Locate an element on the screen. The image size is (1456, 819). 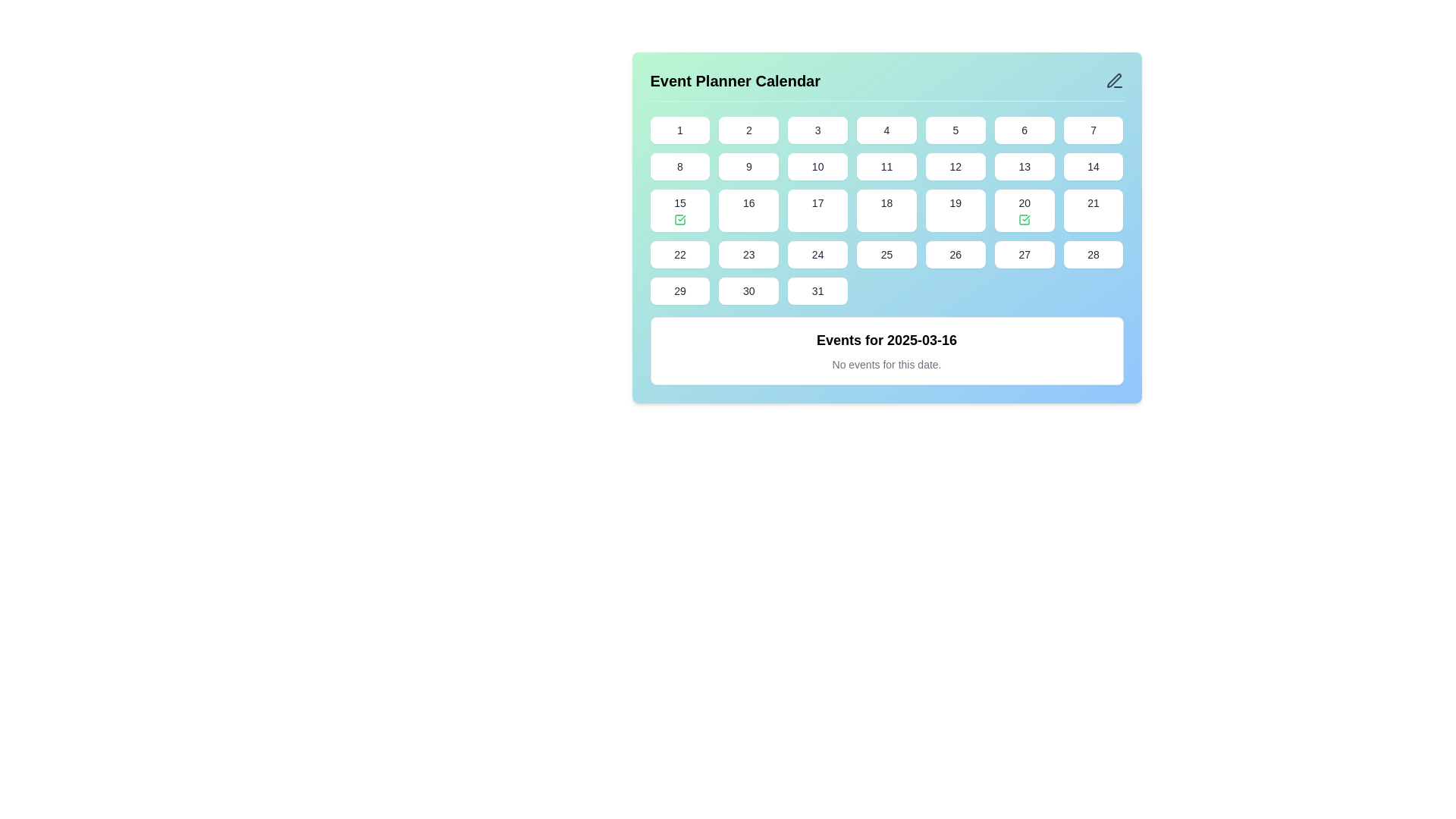
the calendar date button located in the second row and fourth column of the calendar grid is located at coordinates (886, 166).